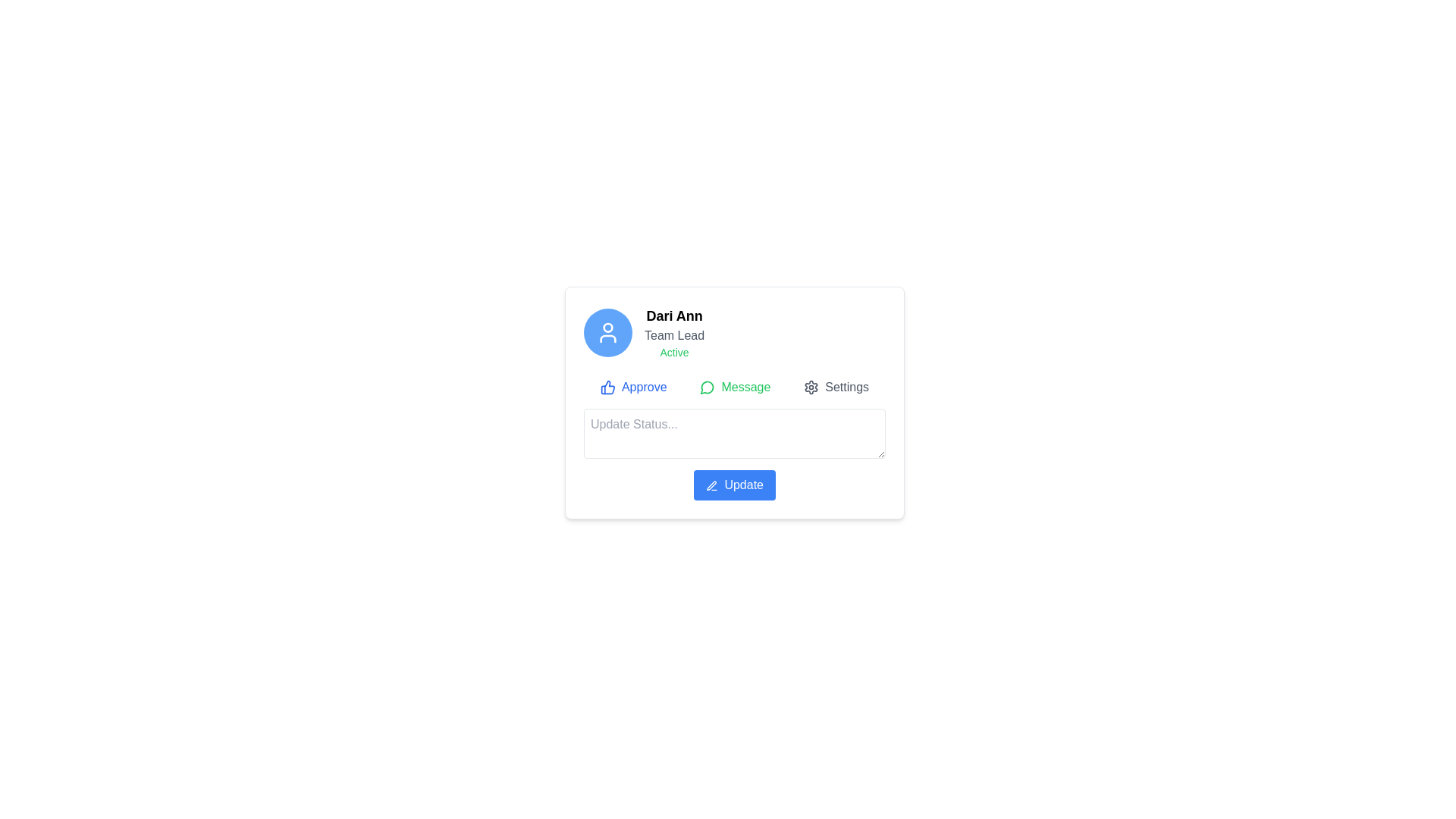 Image resolution: width=1456 pixels, height=819 pixels. What do you see at coordinates (811, 386) in the screenshot?
I see `the 'Settings' icon located in the top-right section of the card interface` at bounding box center [811, 386].